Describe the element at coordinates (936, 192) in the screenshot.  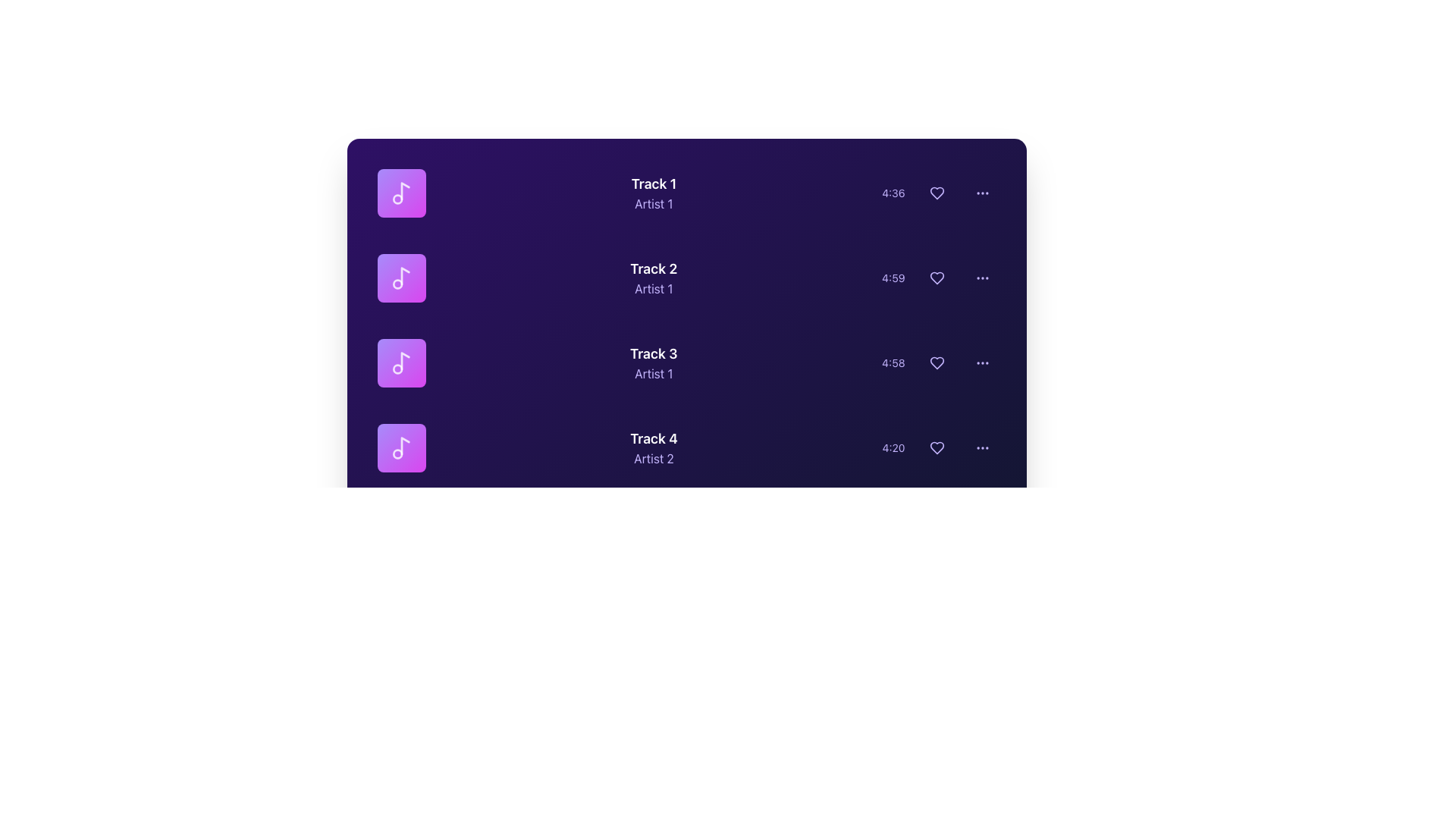
I see `the heart icon in the first row of the track list` at that location.